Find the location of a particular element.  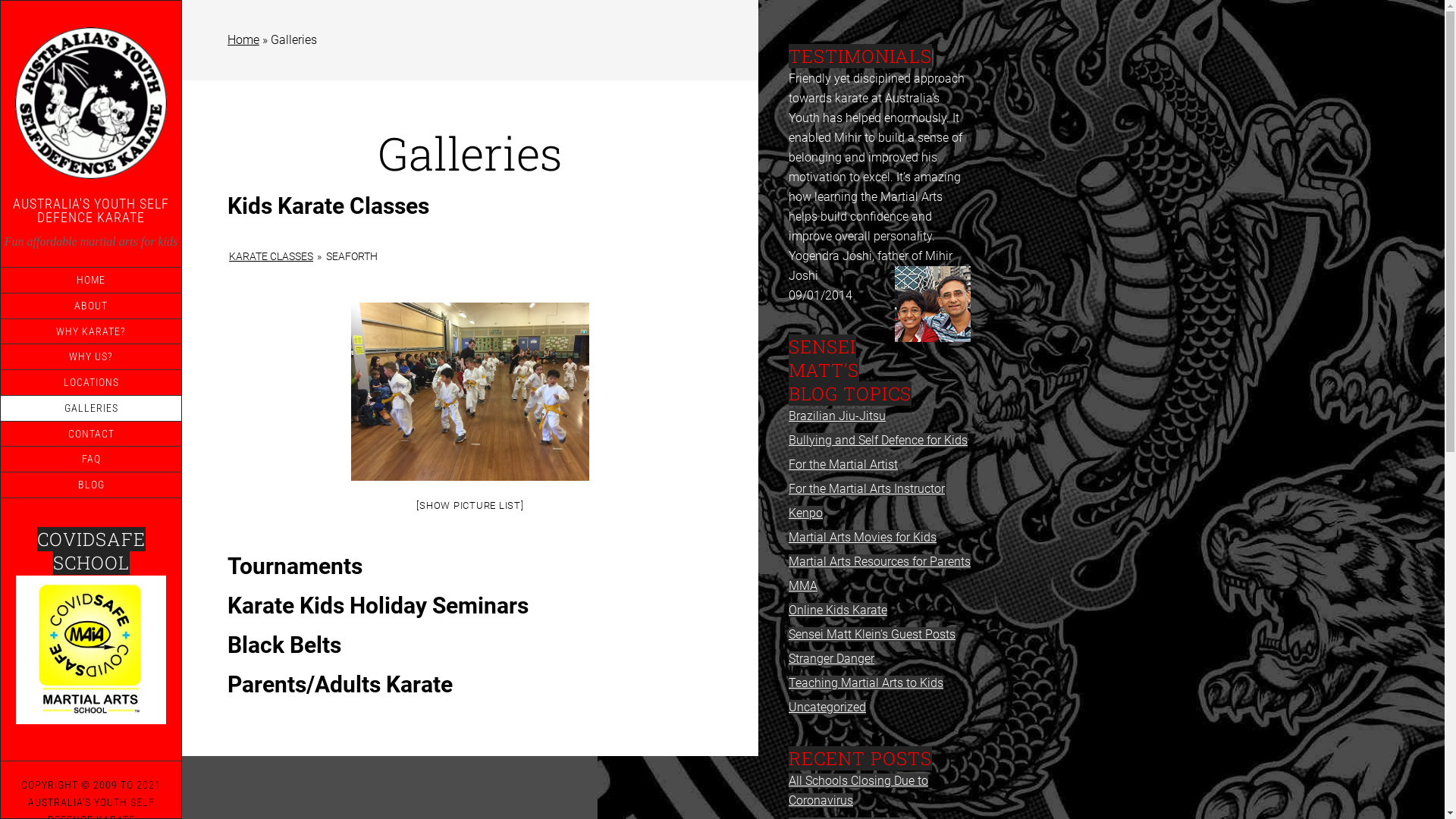

'Bullying and Self Defence for Kids' is located at coordinates (877, 440).